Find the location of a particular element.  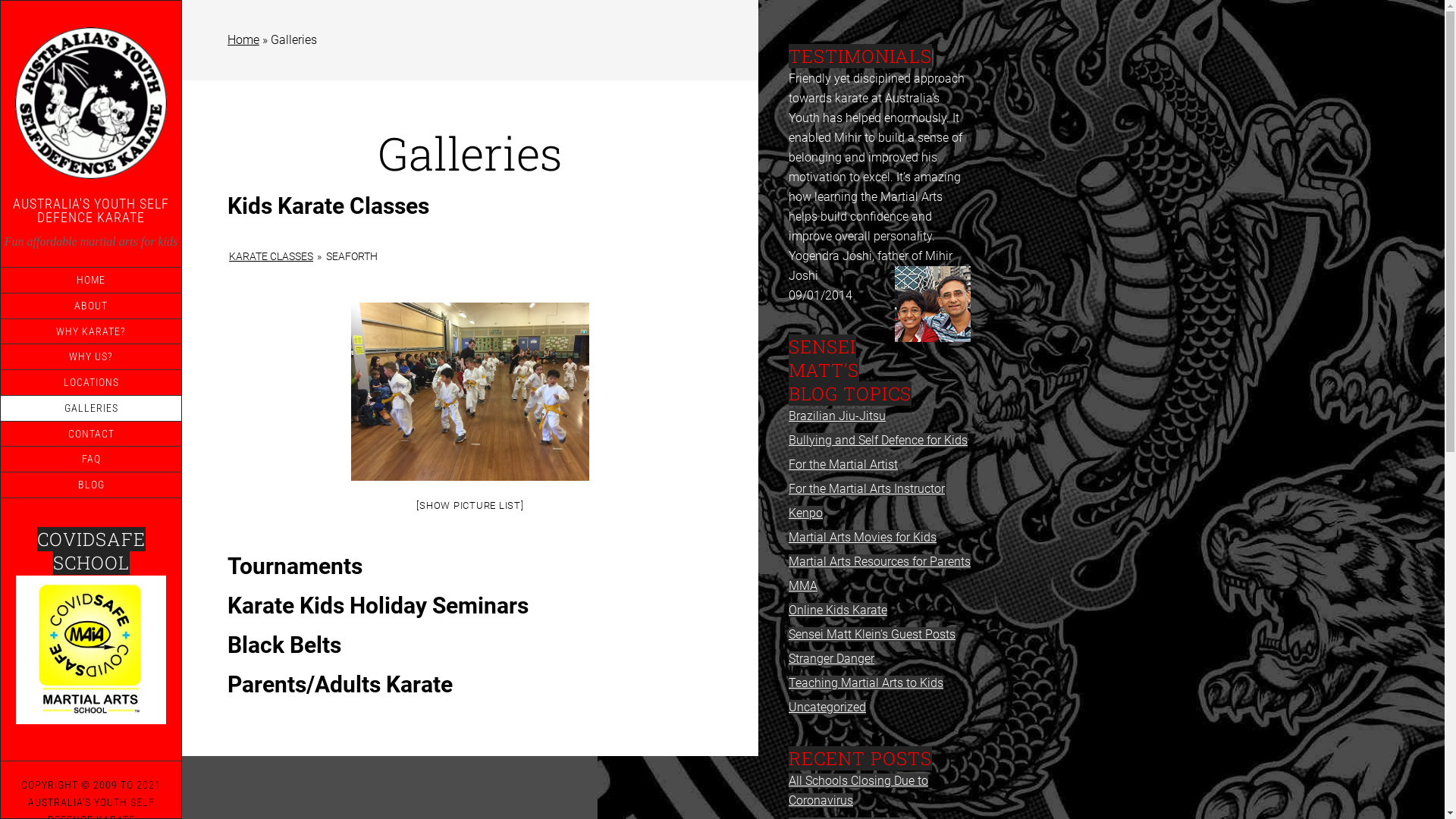

'Bullying and Self Defence for Kids' is located at coordinates (877, 440).